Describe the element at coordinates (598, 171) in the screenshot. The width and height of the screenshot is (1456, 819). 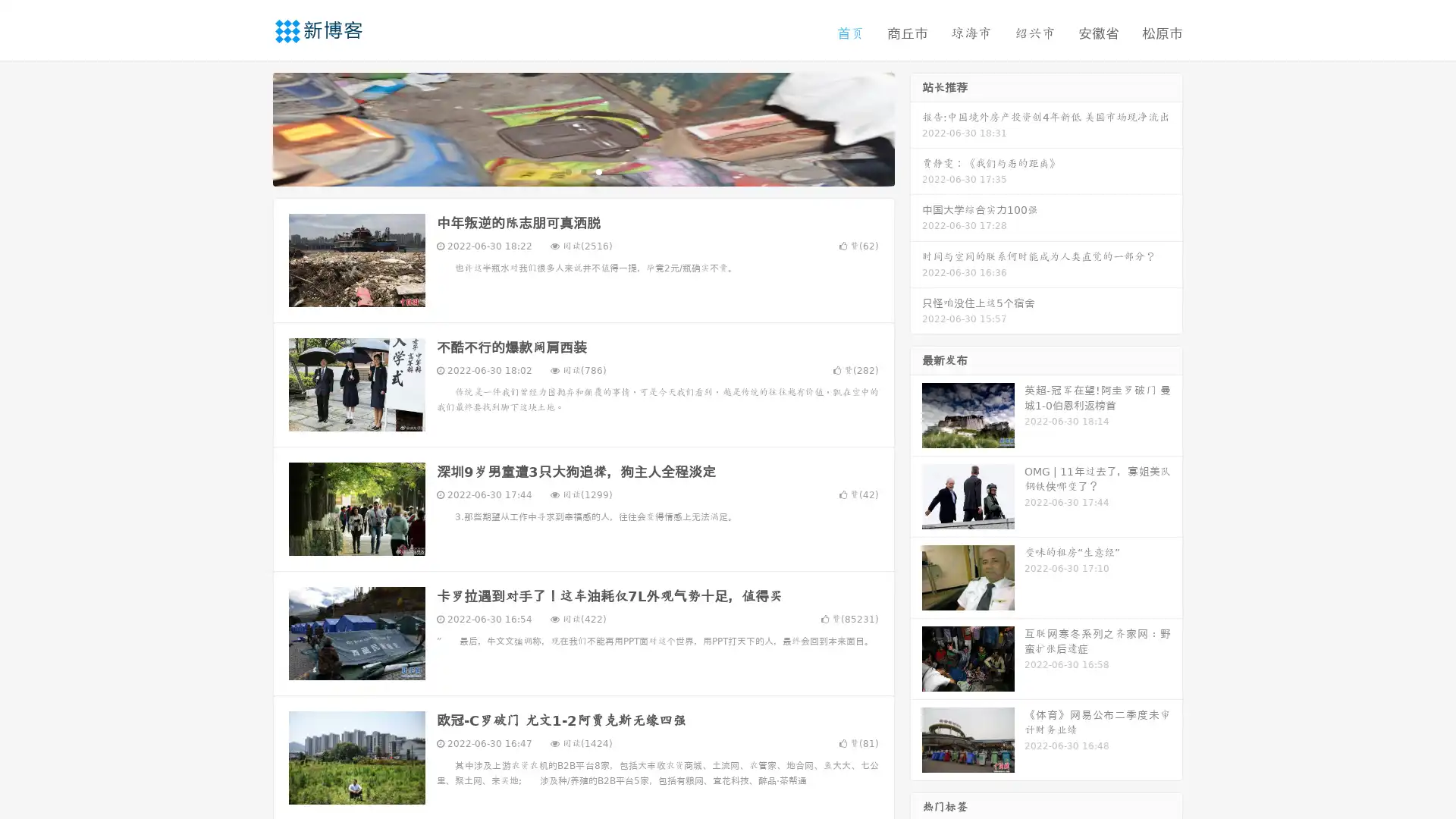
I see `Go to slide 3` at that location.